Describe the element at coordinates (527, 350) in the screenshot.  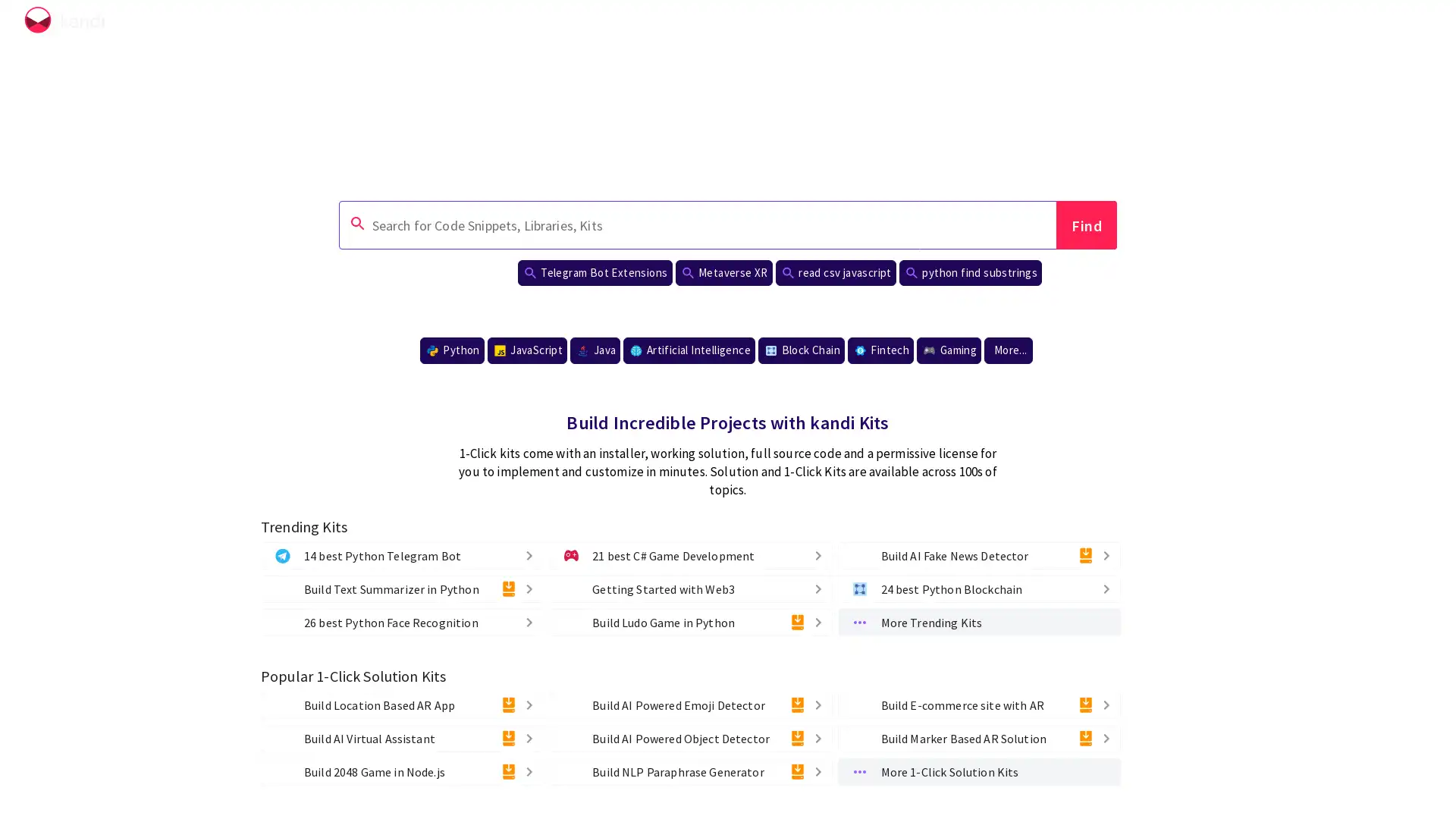
I see `javascript icon JavaScript` at that location.